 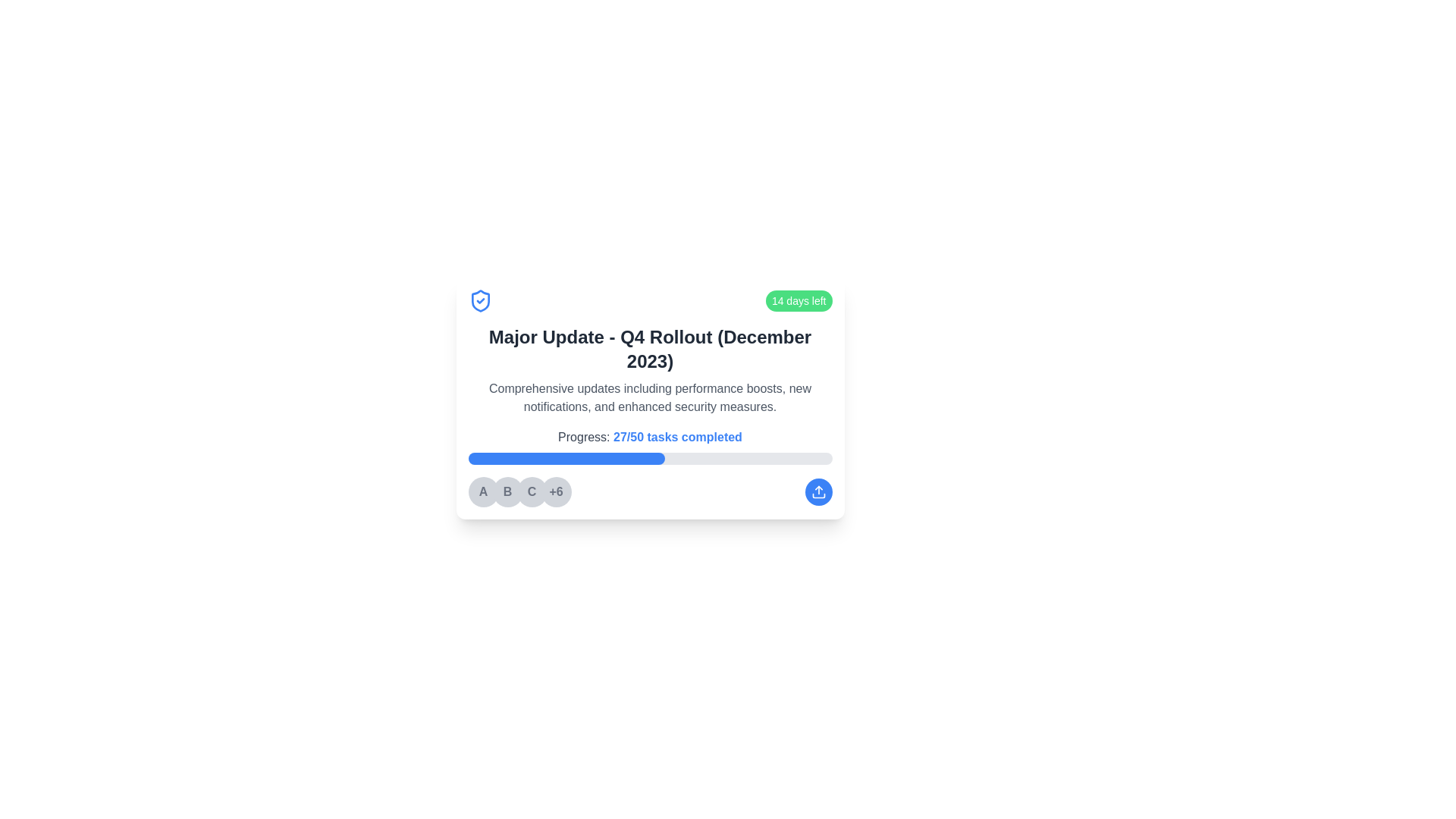 I want to click on the blue shield icon with a checkmark located at the top-left corner of the rectangular card interface, so click(x=479, y=301).